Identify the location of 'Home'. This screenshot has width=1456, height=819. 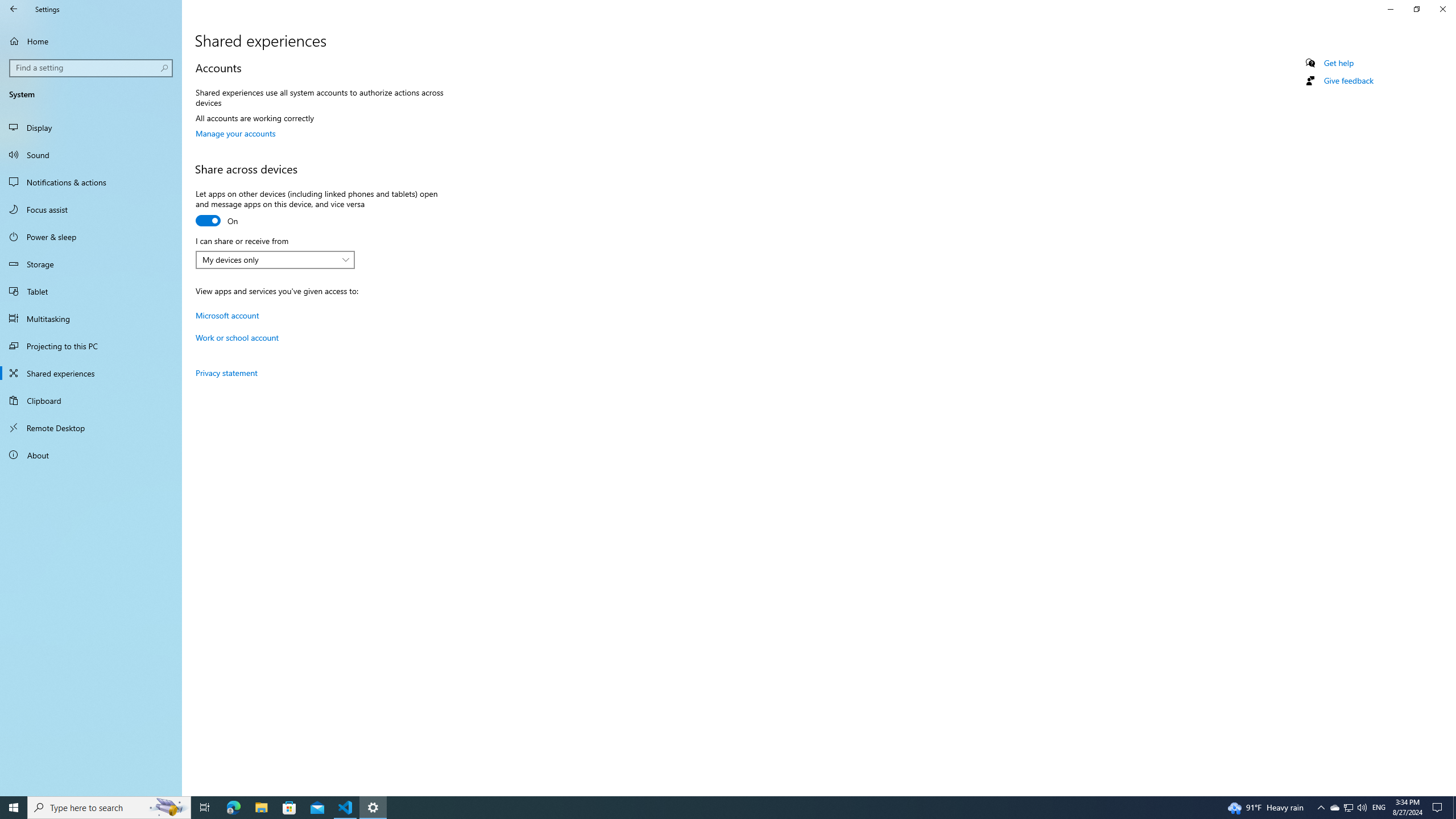
(90, 41).